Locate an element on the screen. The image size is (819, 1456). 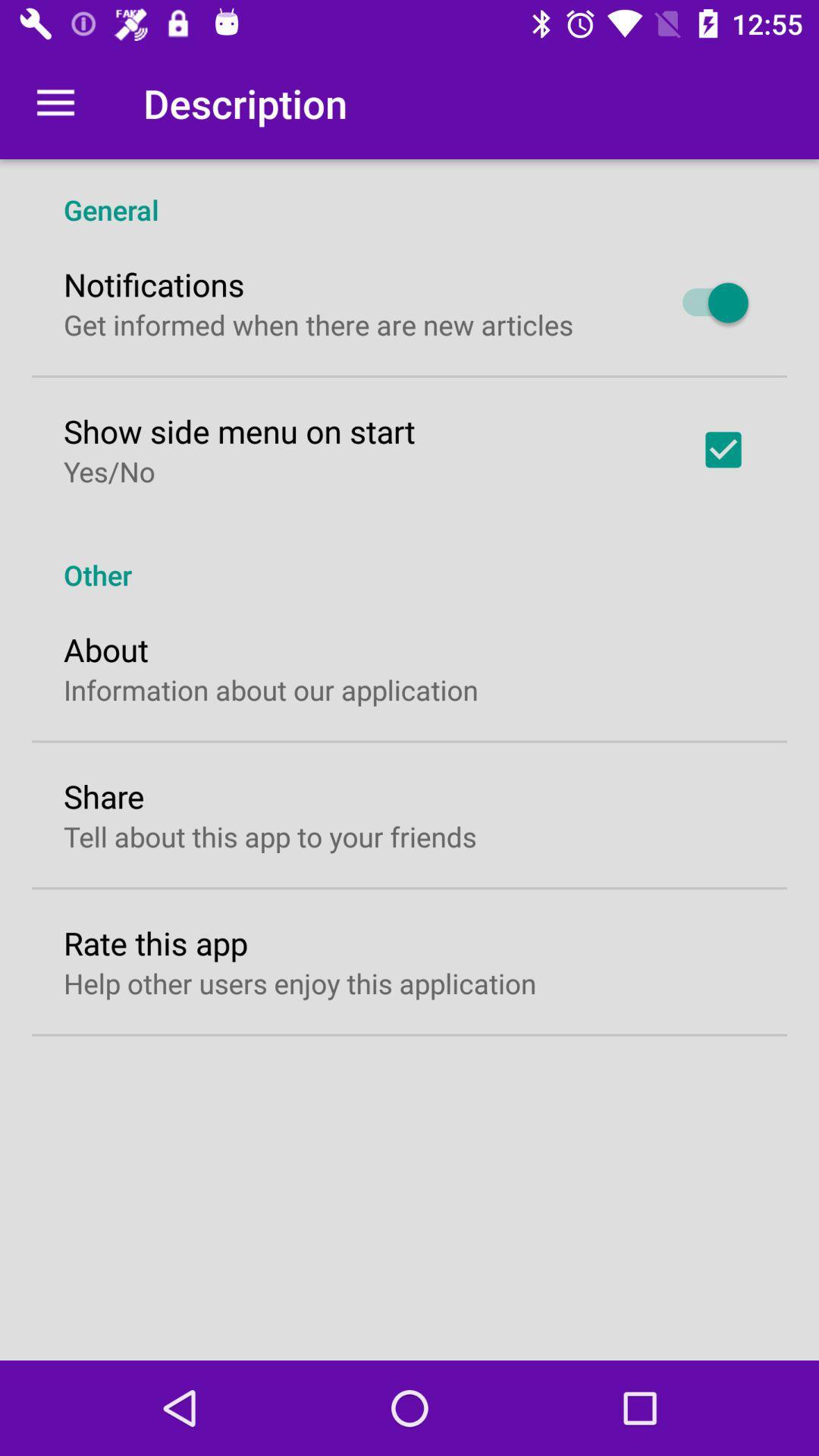
icon next to the description is located at coordinates (55, 102).